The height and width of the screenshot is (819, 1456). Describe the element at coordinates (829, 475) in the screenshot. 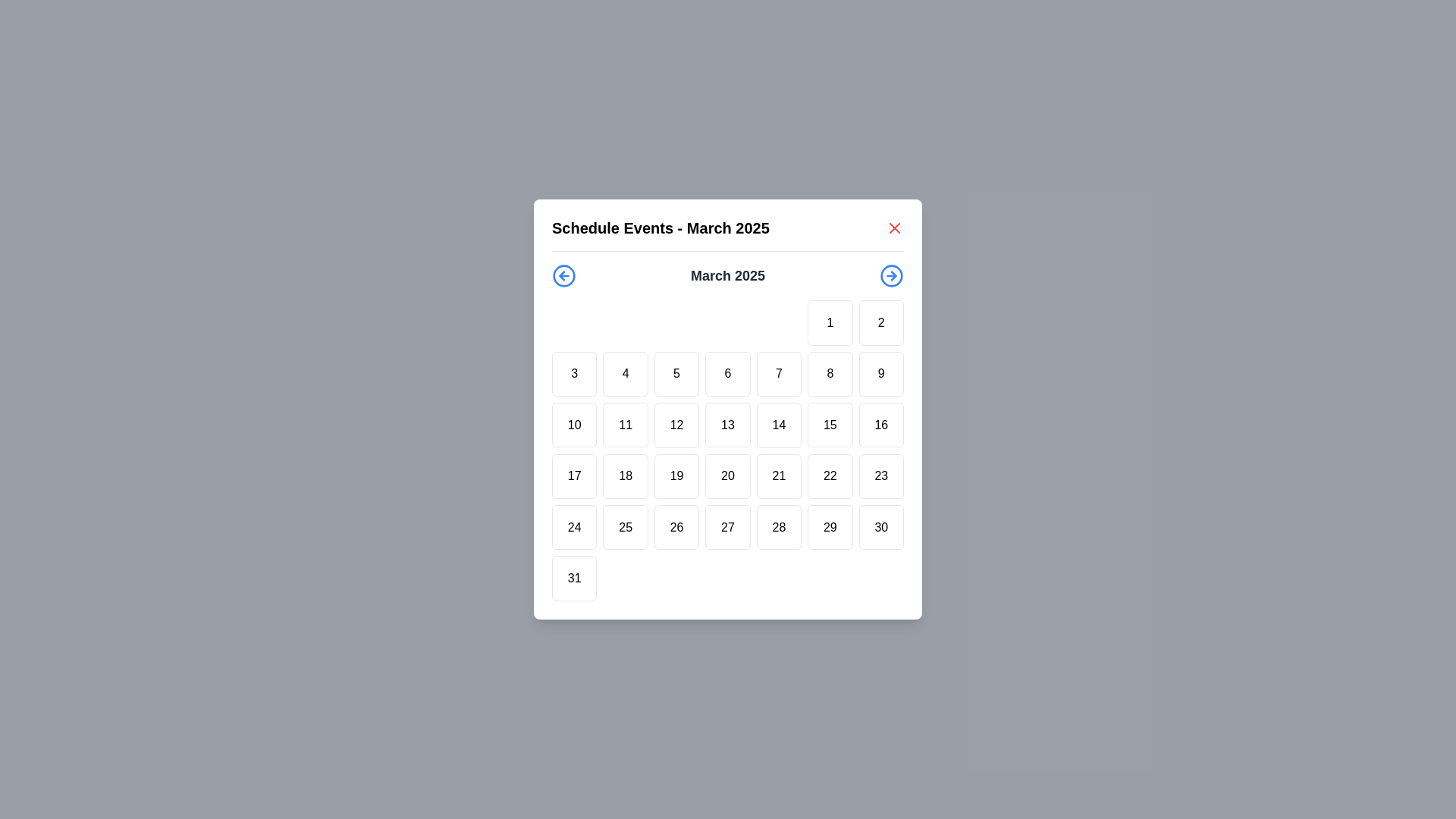

I see `the calendar date button displaying '22' in the fourth row and sixth column of the calendar grid layout for a tooltip or highlight effect` at that location.